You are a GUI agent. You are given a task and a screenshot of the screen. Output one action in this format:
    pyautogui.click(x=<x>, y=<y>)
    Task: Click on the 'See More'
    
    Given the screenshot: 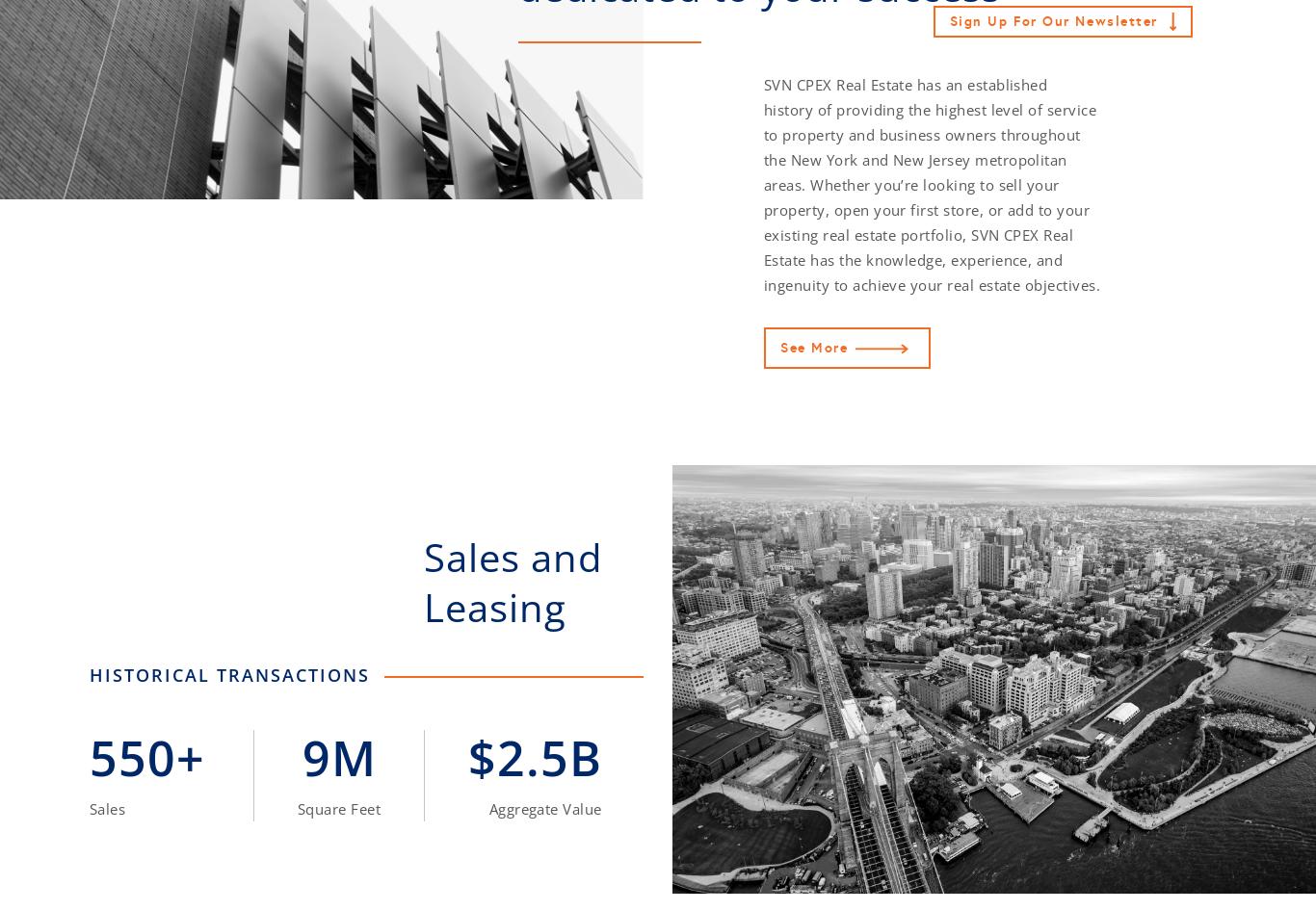 What is the action you would take?
    pyautogui.click(x=813, y=347)
    